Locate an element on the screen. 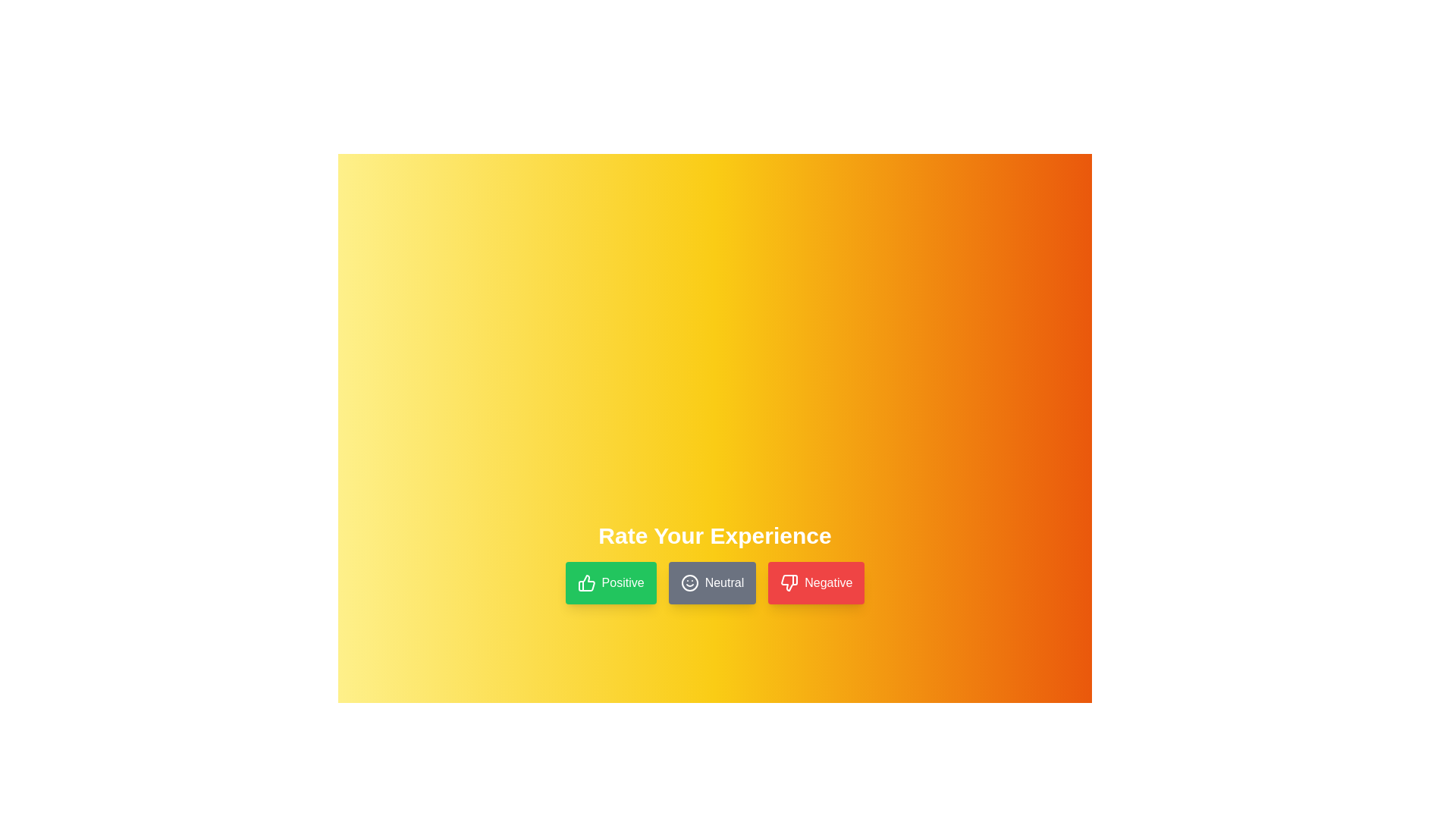 The width and height of the screenshot is (1456, 819). the Button Group for rating experience, which consists of three options: 'Positive', 'Neutral', and 'Negative', located below the title 'Rate Your Experience' is located at coordinates (714, 582).